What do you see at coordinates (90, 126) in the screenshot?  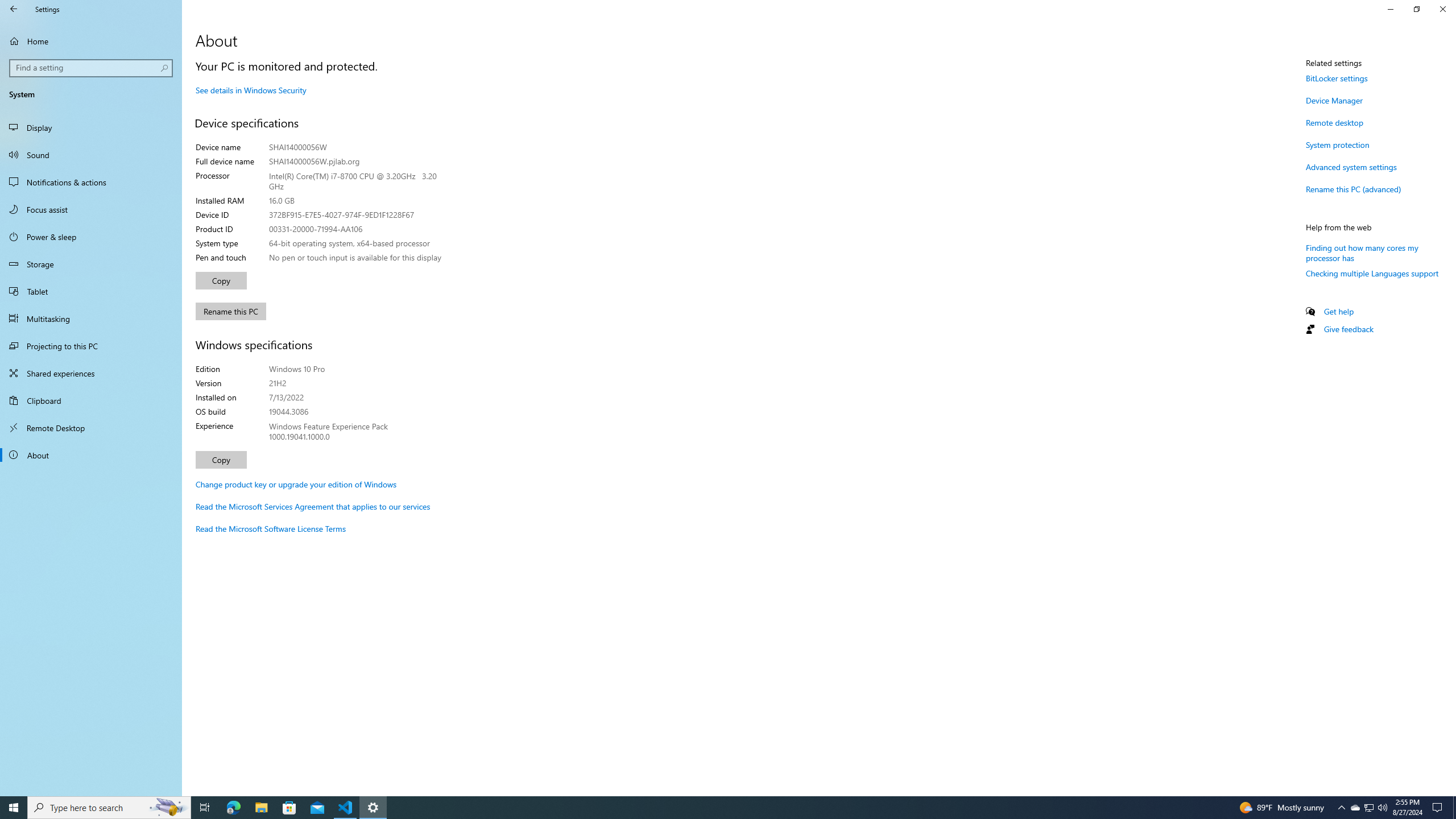 I see `'Display'` at bounding box center [90, 126].